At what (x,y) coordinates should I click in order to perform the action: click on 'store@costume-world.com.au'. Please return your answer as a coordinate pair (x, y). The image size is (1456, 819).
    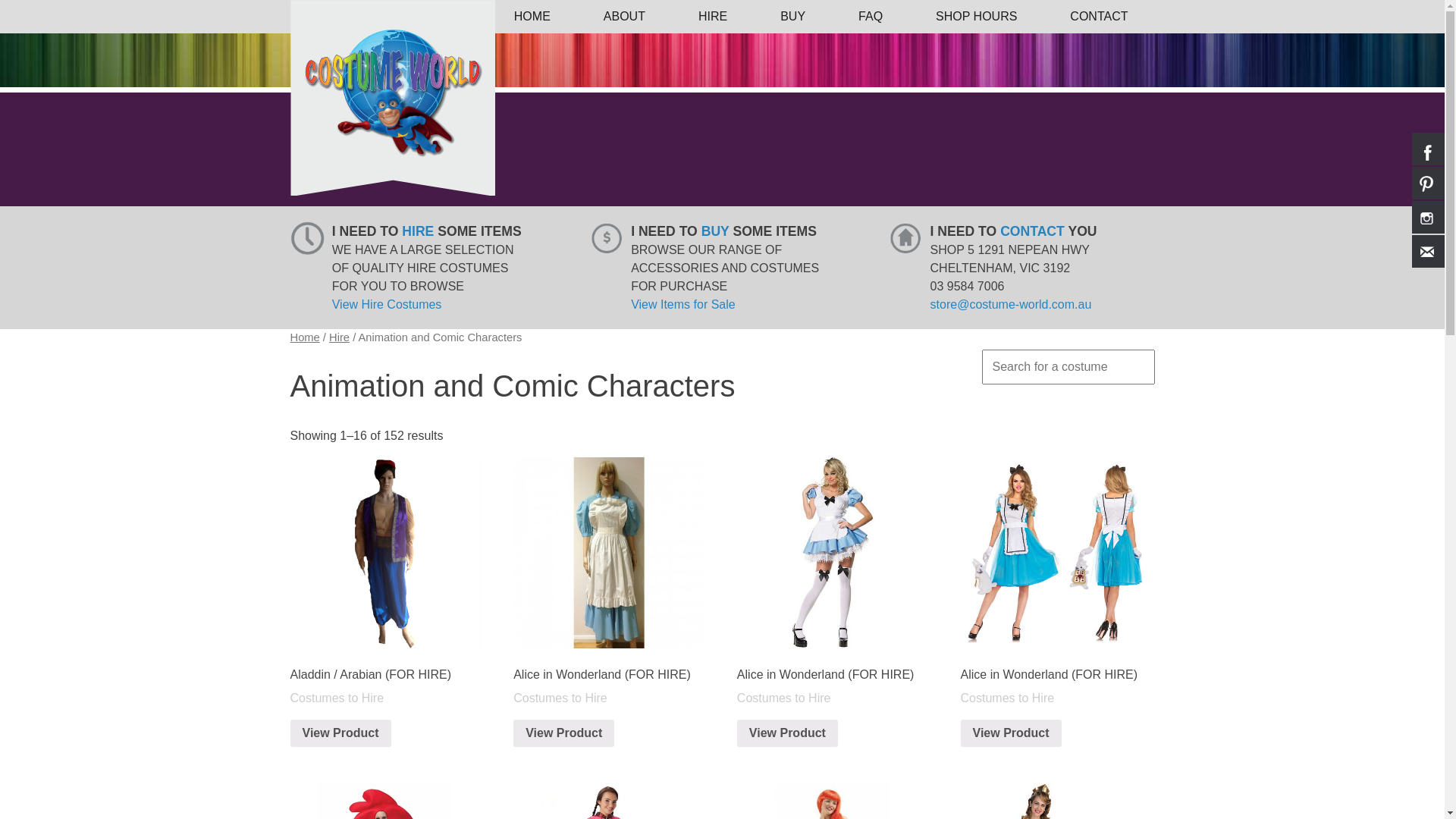
    Looking at the image, I should click on (1011, 304).